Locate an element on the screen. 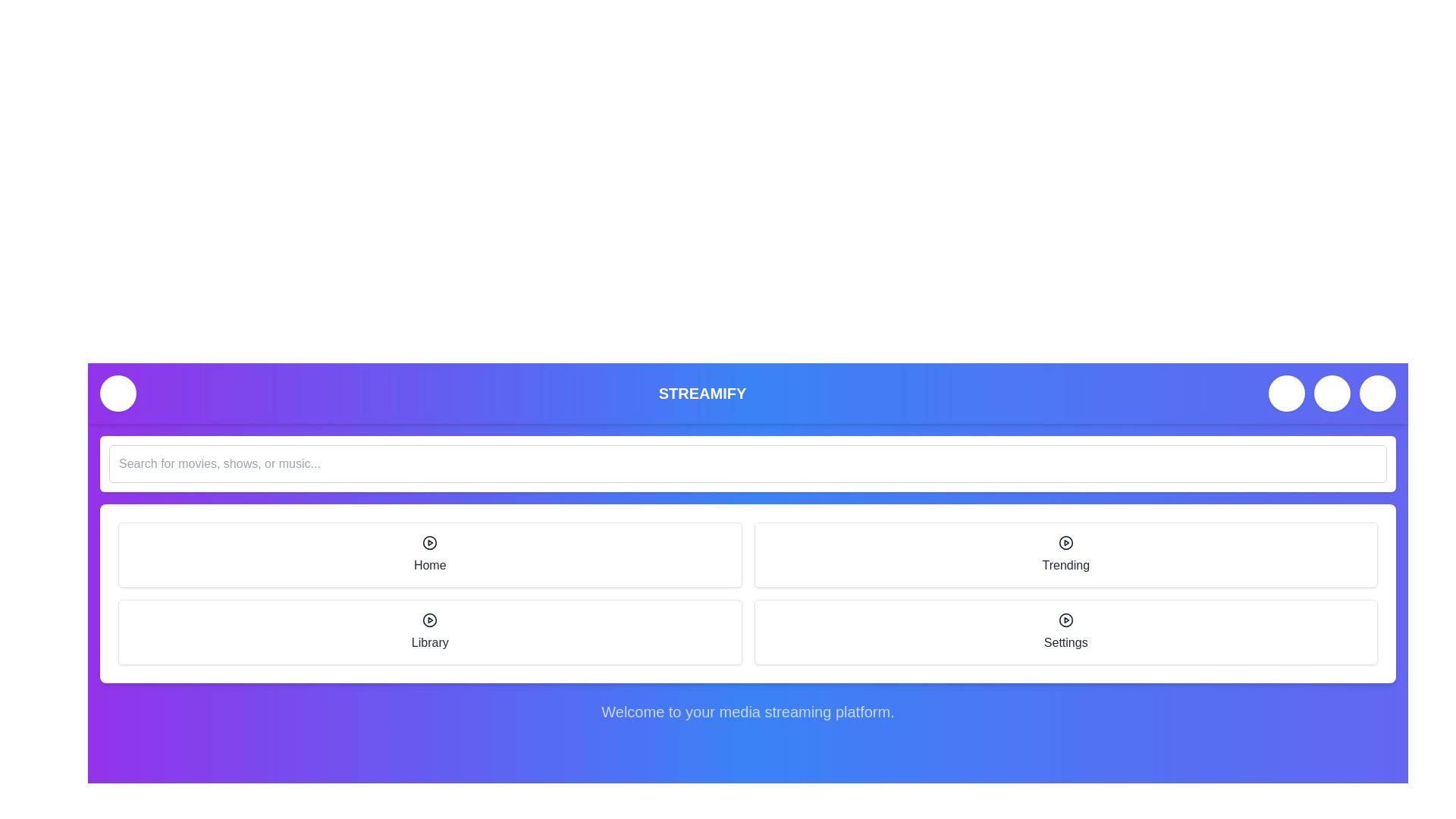 This screenshot has width=1456, height=819. the search icon button in the header to toggle the visibility of the search bar is located at coordinates (1286, 393).